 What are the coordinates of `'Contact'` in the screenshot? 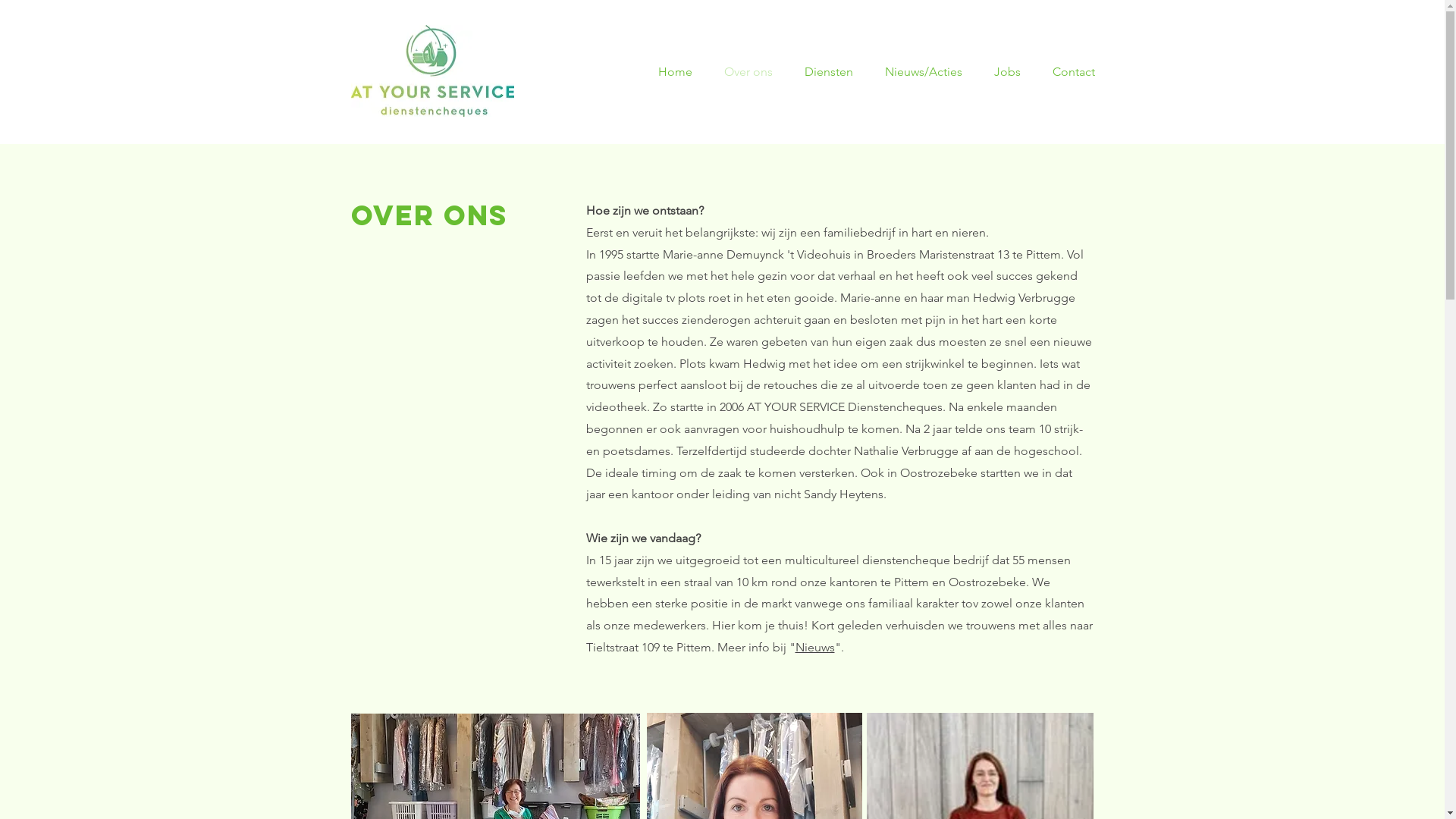 It's located at (1076, 72).